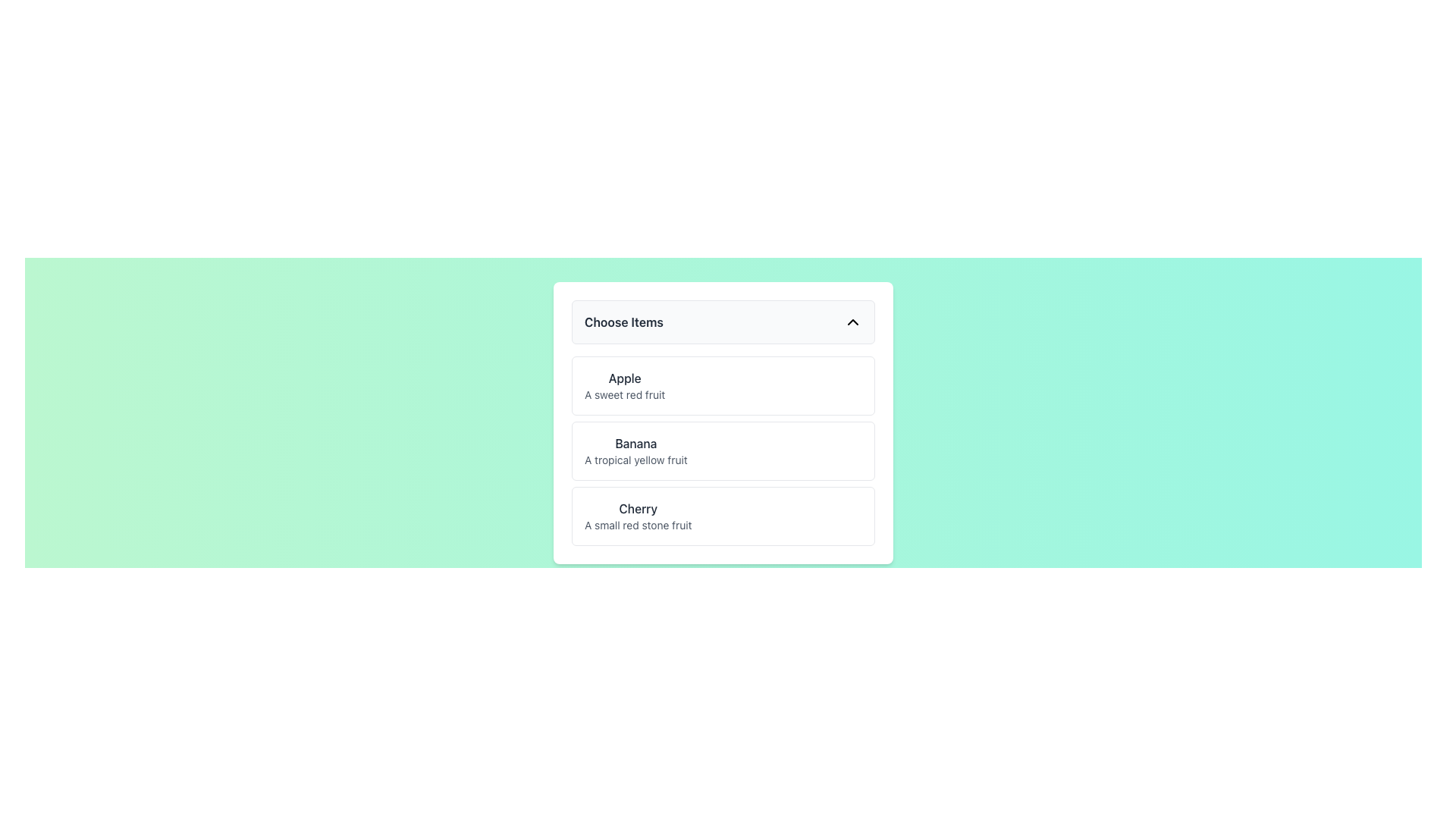  What do you see at coordinates (723, 516) in the screenshot?
I see `the 'Cherry' list item, which is the third entry in a vertically stacked list containing 'Apple' and 'Banana'` at bounding box center [723, 516].